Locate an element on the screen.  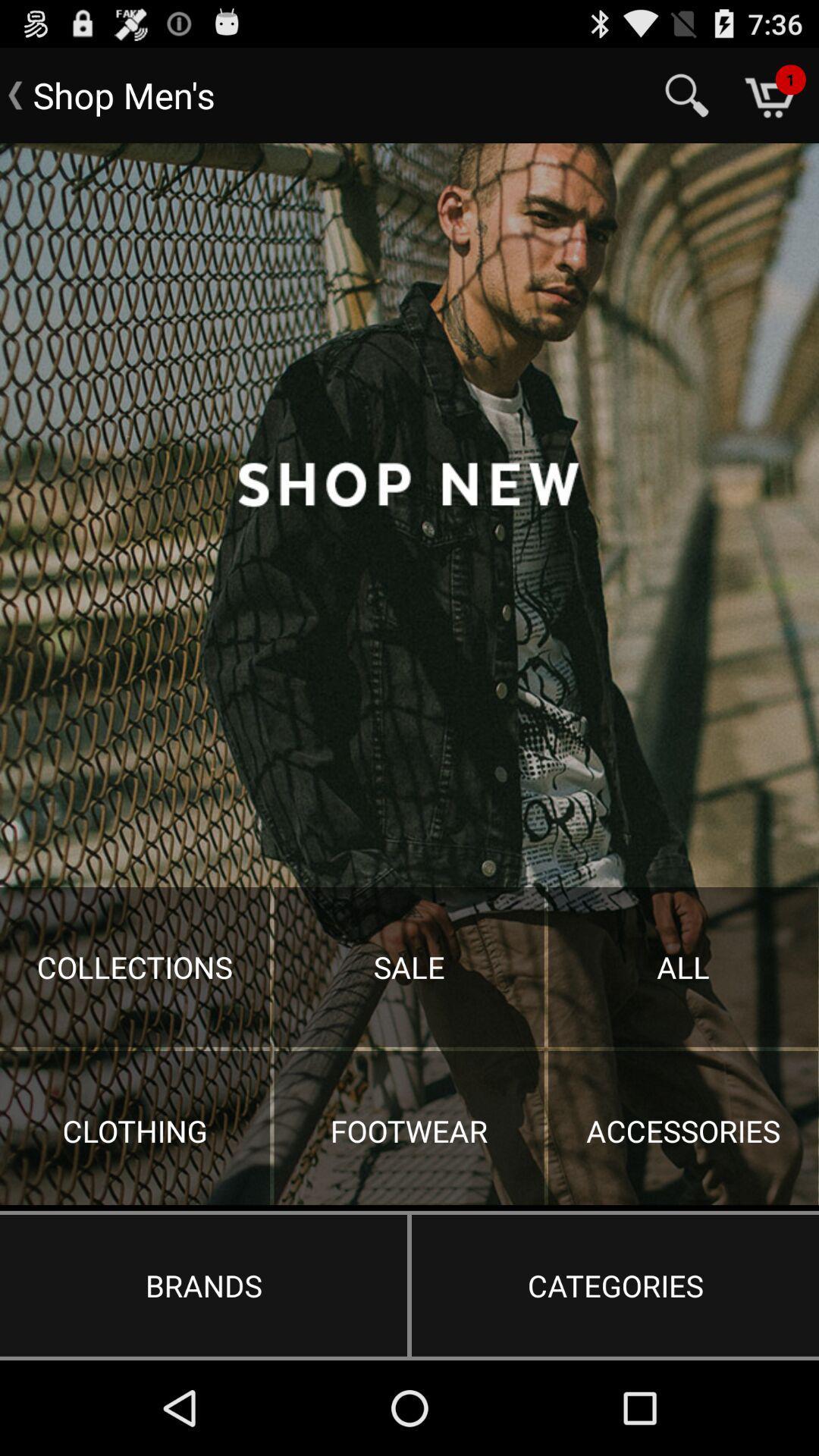
the categories button is located at coordinates (615, 1285).